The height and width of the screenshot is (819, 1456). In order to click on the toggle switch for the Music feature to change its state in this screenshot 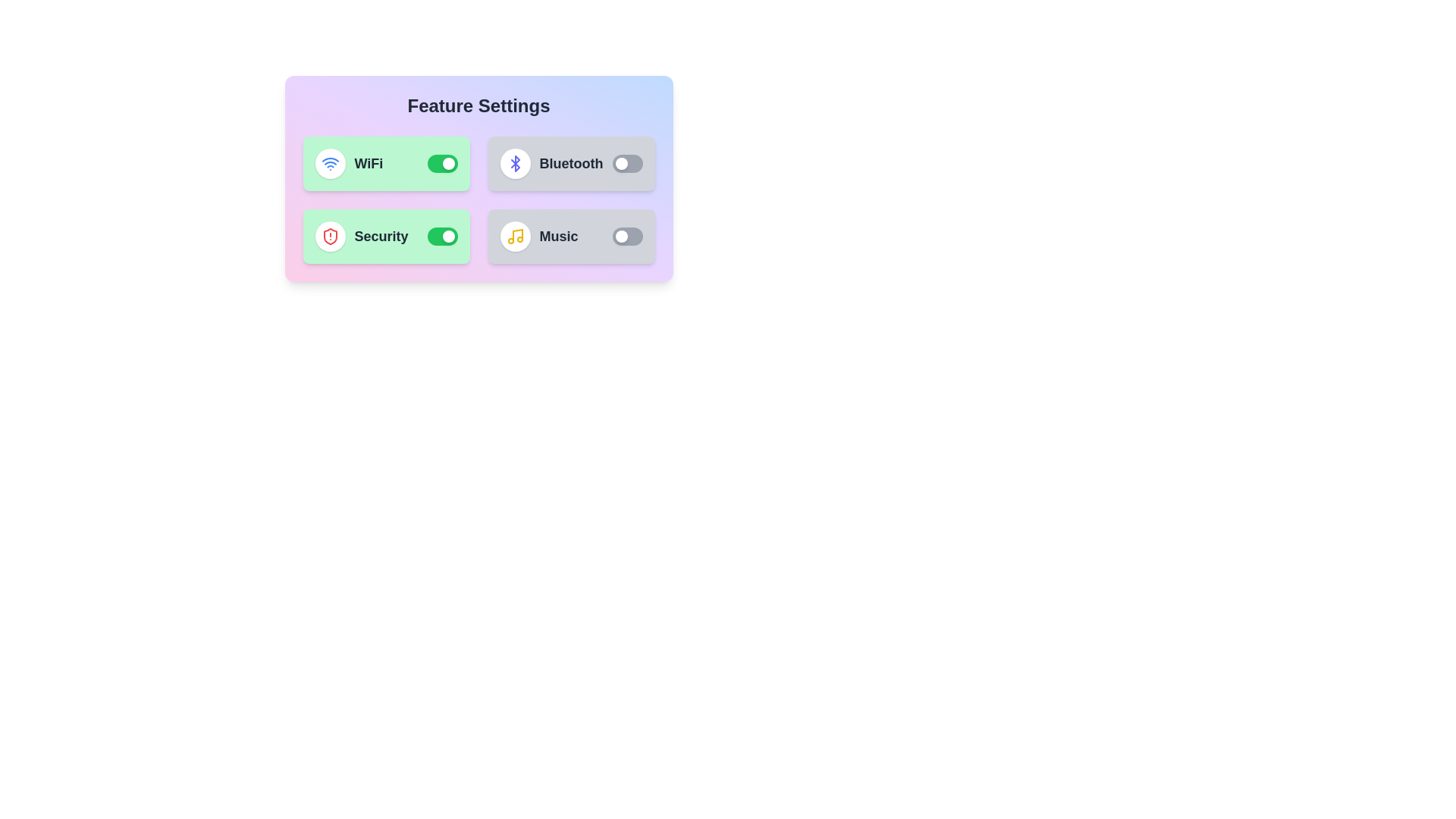, I will do `click(627, 237)`.